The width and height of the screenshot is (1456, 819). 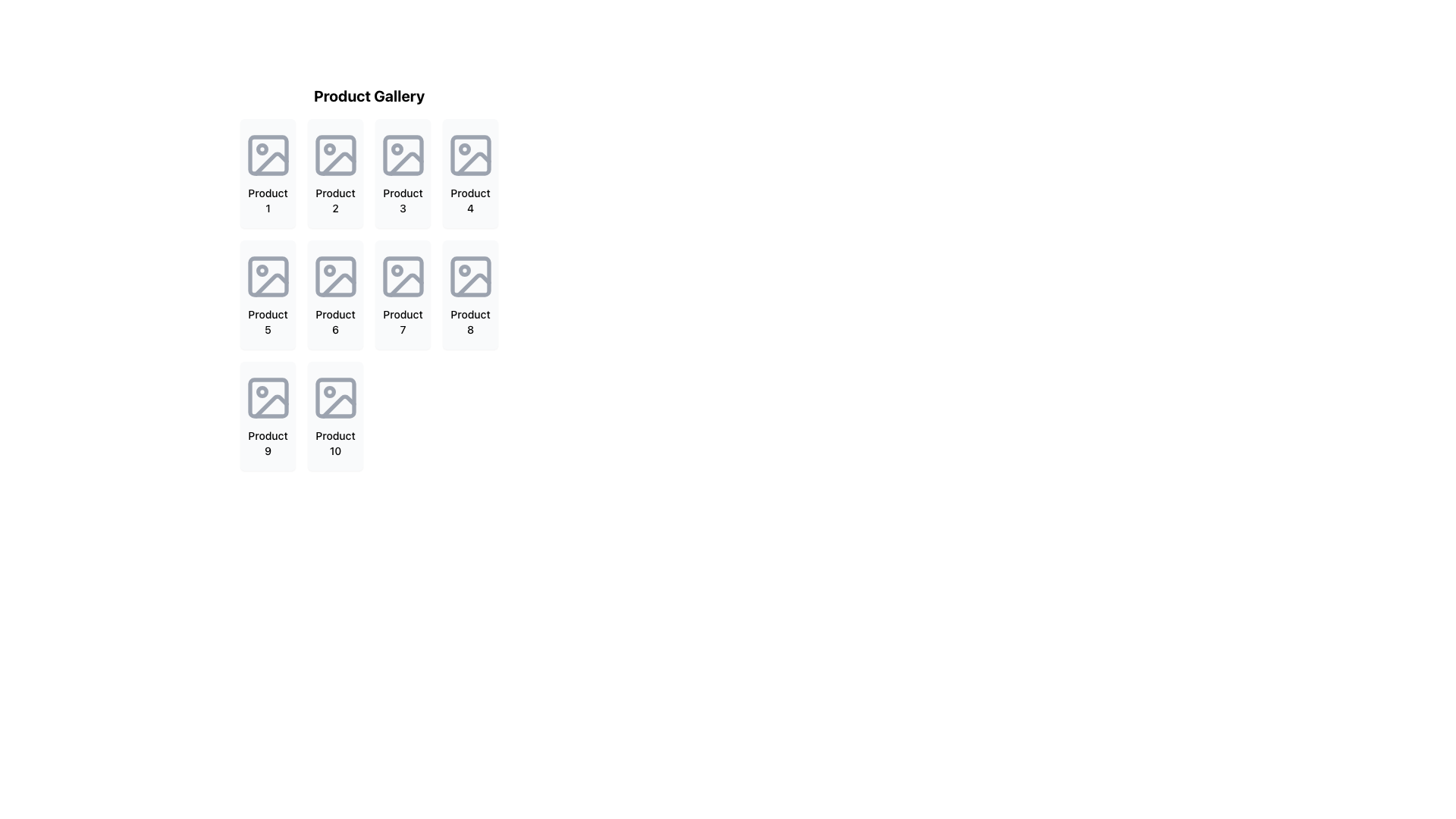 I want to click on the decorative vector graphic element of the 'Product 9' icon, located in the bottom row of the grid layout, so click(x=268, y=397).